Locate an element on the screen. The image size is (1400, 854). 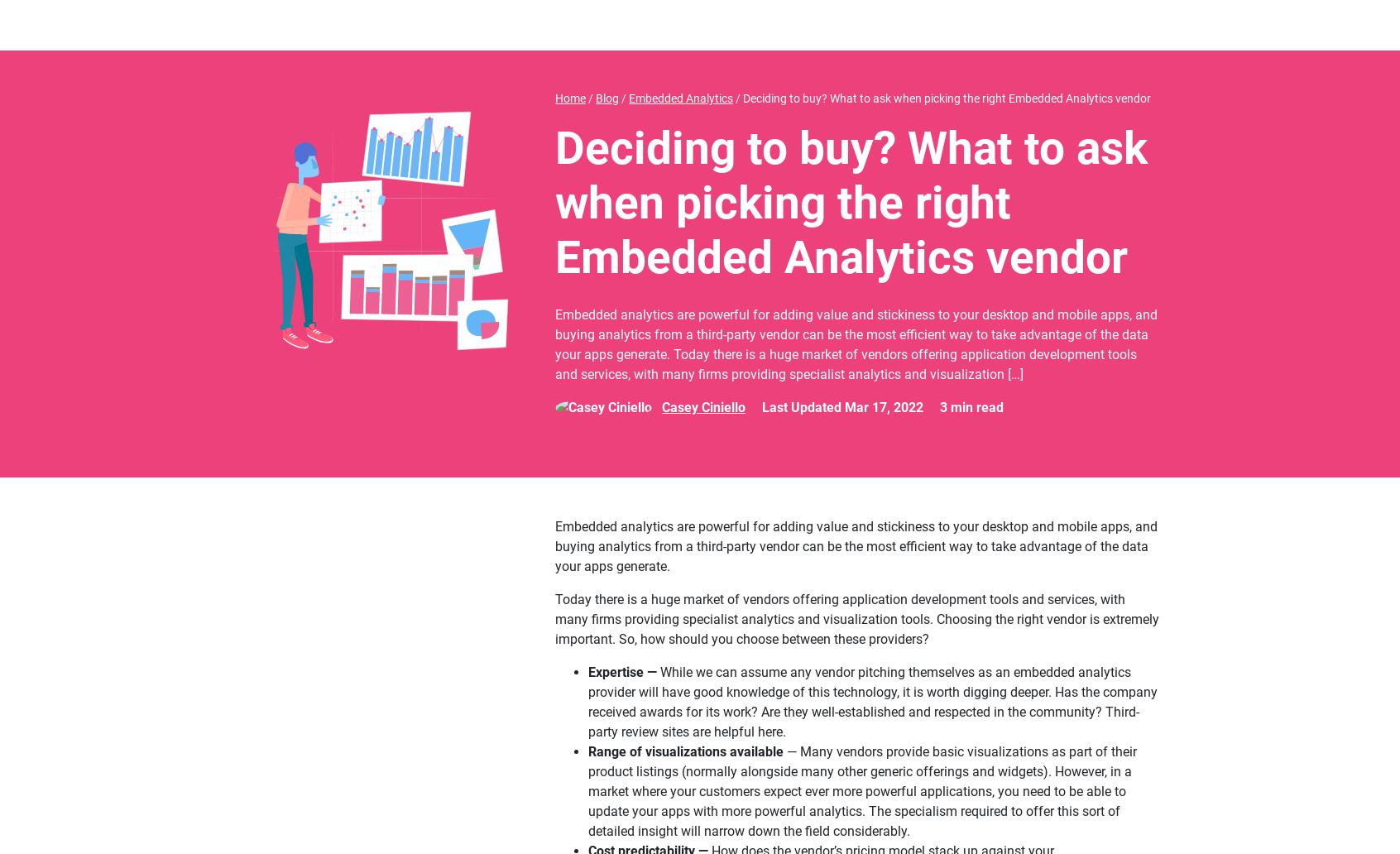
'Demo of Reveal' is located at coordinates (338, 242).